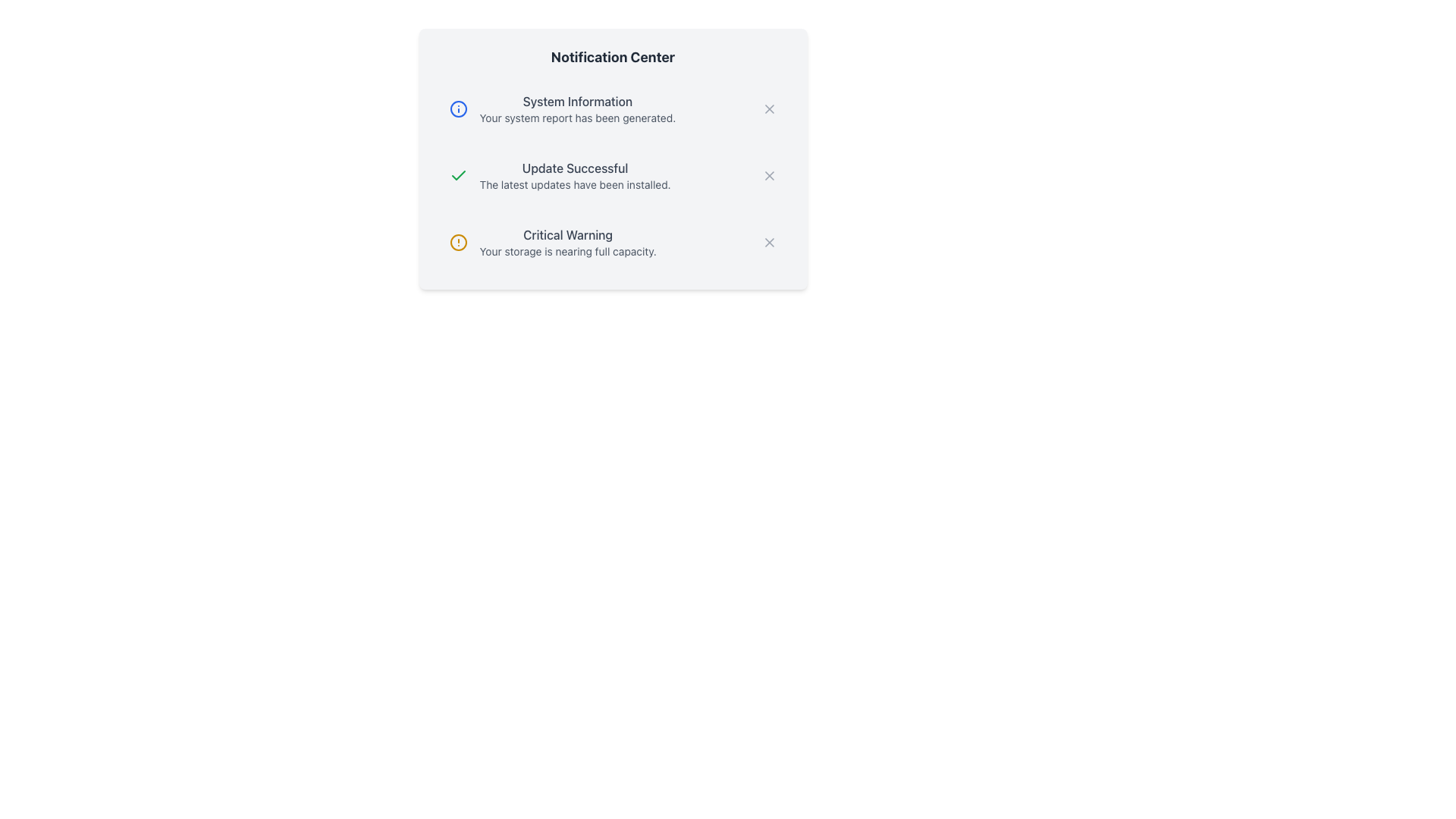 The image size is (1456, 819). What do you see at coordinates (769, 242) in the screenshot?
I see `the 'X'-shaped close button associated with the 'Critical Warning' notification` at bounding box center [769, 242].